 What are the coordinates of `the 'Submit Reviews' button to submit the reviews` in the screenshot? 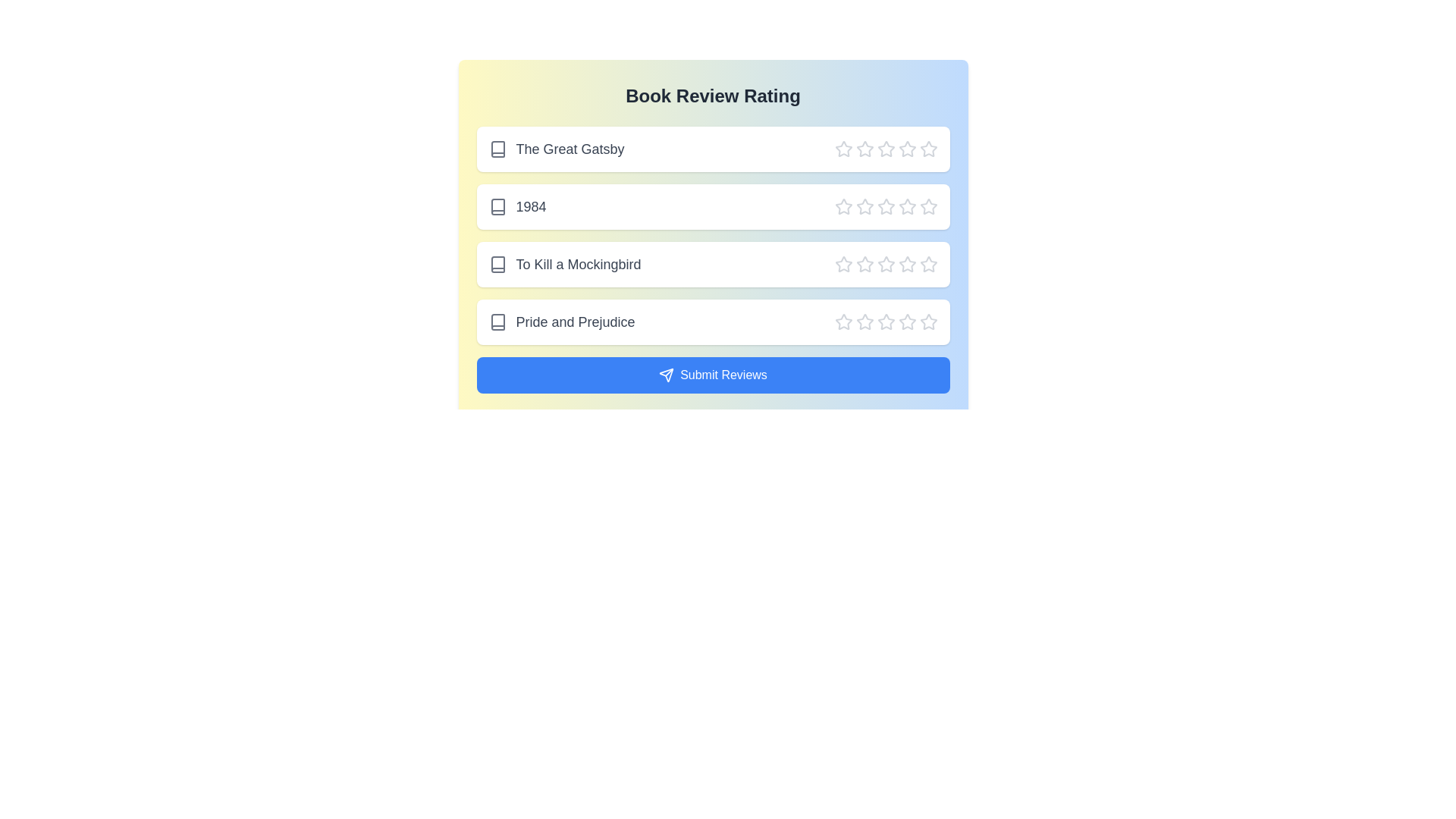 It's located at (712, 375).